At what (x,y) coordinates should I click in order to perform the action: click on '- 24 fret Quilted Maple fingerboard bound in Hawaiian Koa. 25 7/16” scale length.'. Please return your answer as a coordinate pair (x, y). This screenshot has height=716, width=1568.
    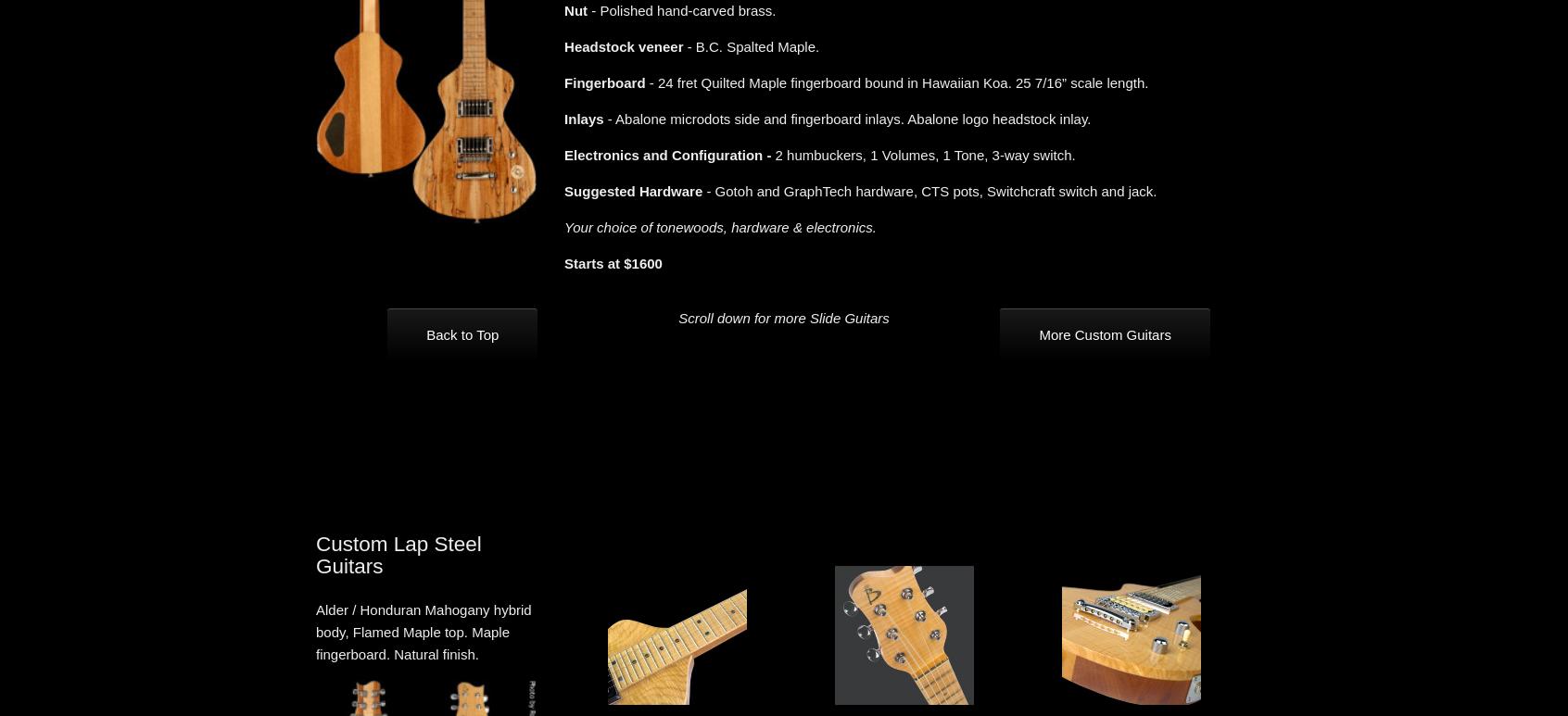
    Looking at the image, I should click on (896, 82).